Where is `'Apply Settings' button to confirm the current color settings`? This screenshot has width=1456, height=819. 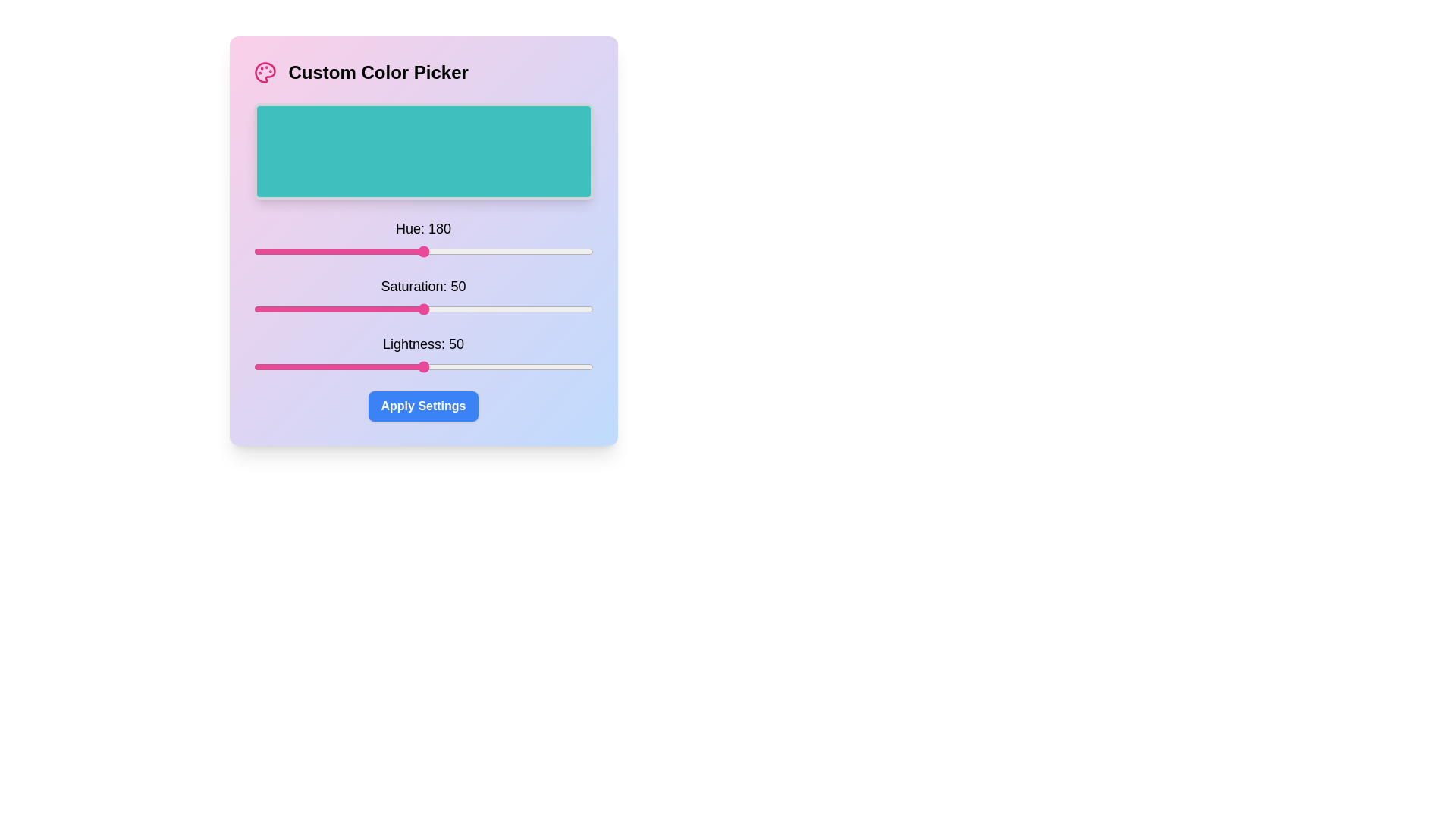 'Apply Settings' button to confirm the current color settings is located at coordinates (423, 406).